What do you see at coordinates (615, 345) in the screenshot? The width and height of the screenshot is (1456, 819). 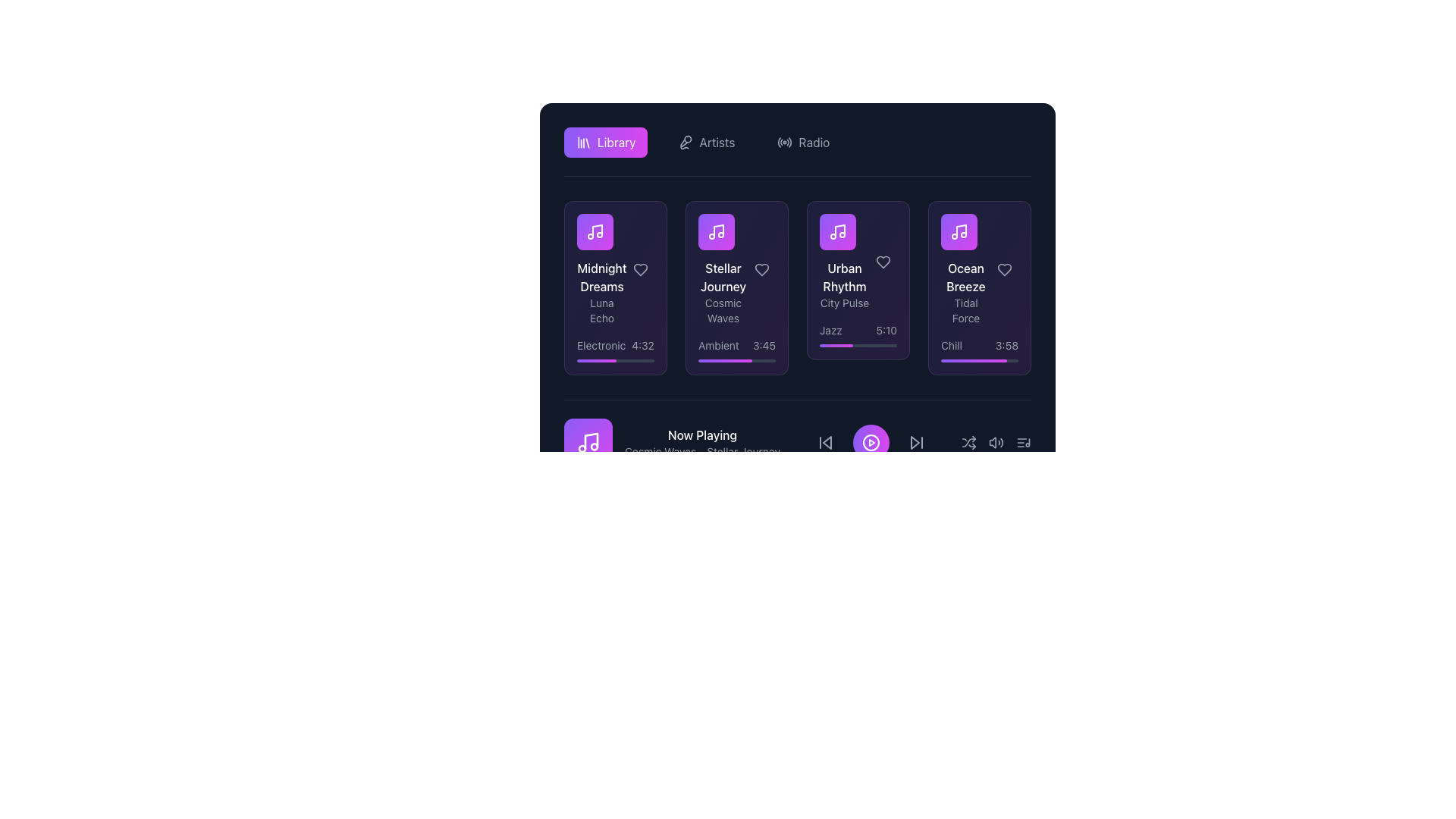 I see `the text field element displaying 'Electronic' and '4:32'` at bounding box center [615, 345].